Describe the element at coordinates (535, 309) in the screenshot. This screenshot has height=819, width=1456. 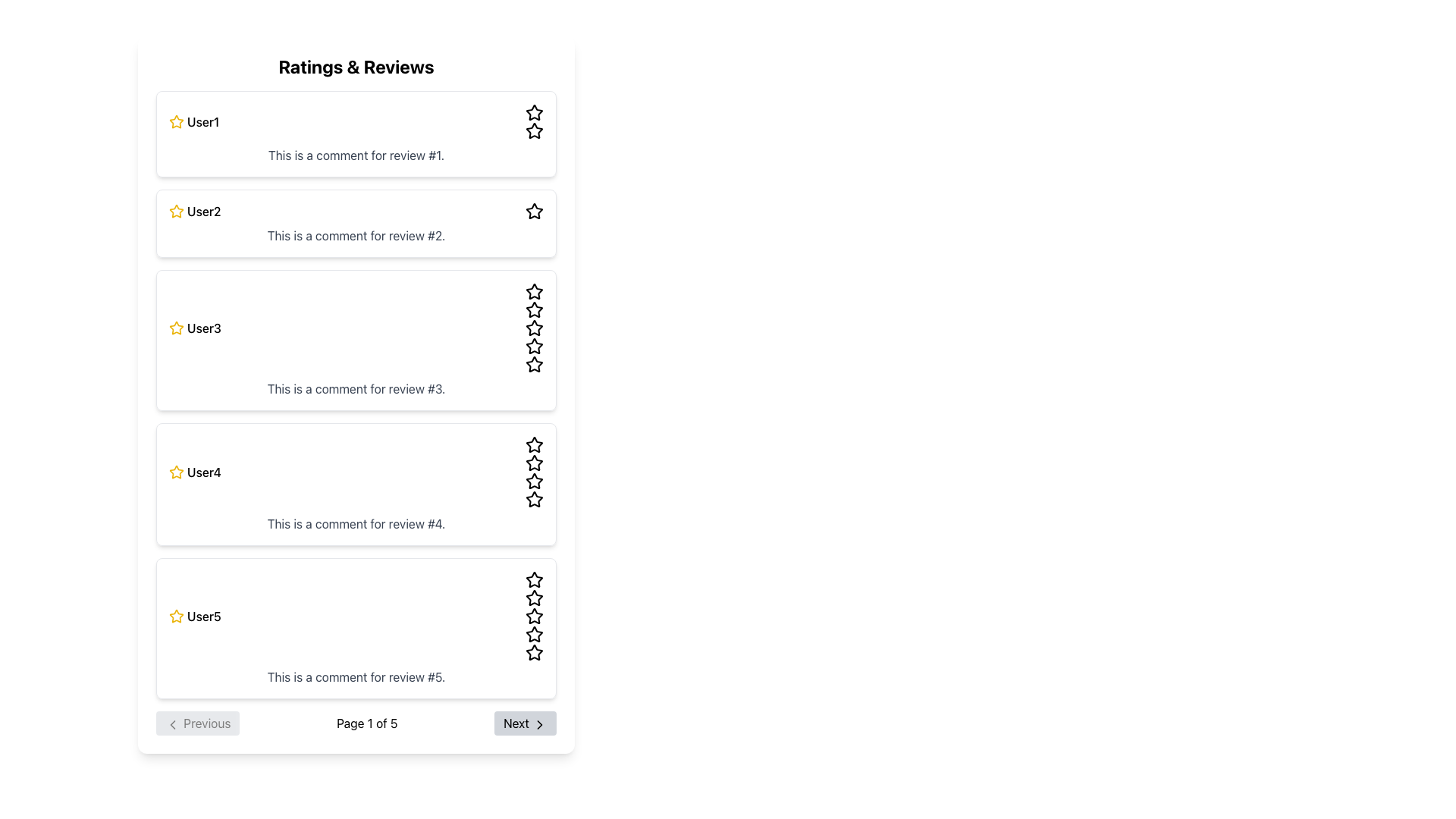
I see `the third star rating icon outlined in black, located in the rightmost column of stars for the 'User3' comment box` at that location.